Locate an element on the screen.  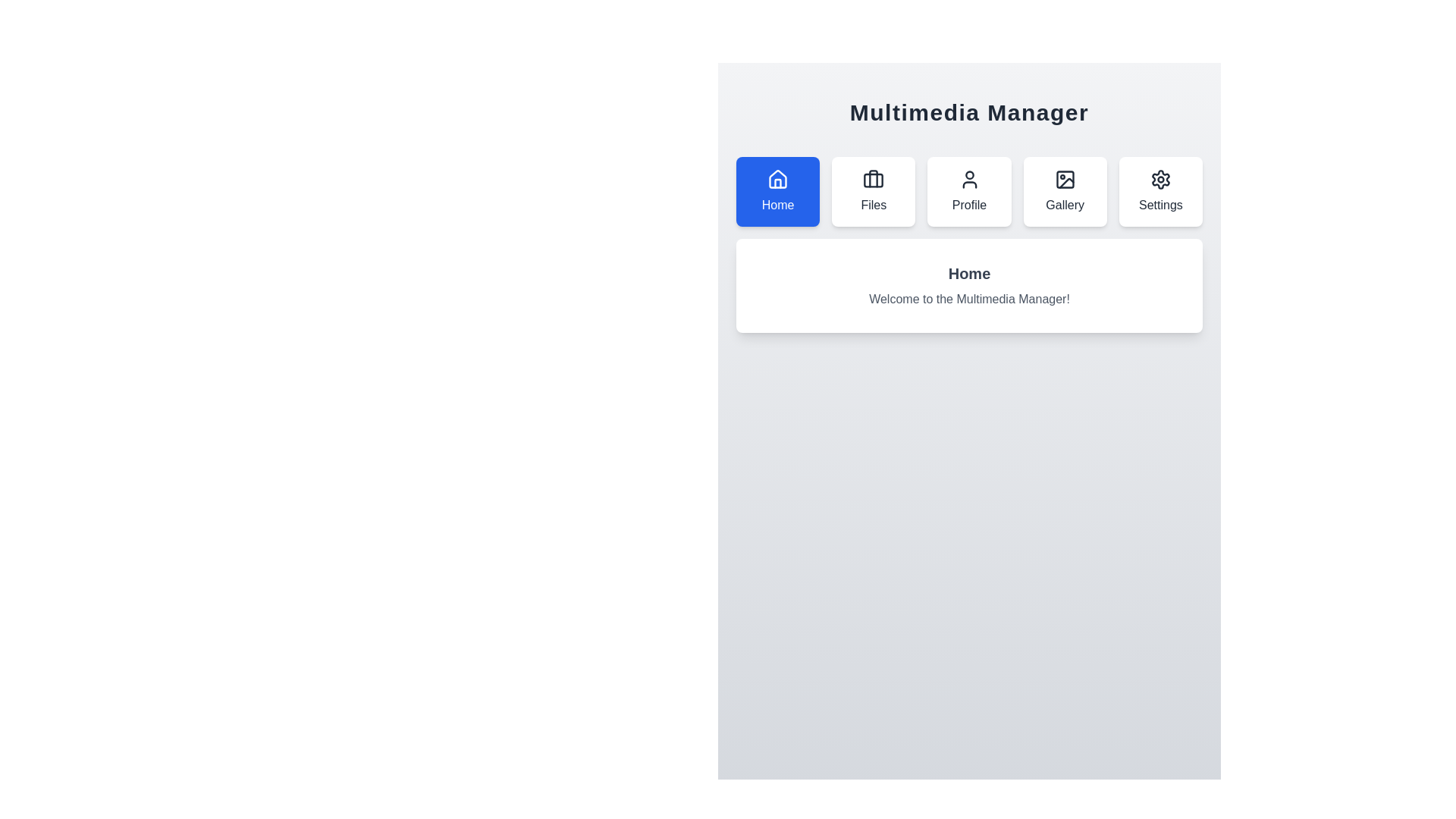
the house icon in the navigation menu is located at coordinates (778, 178).